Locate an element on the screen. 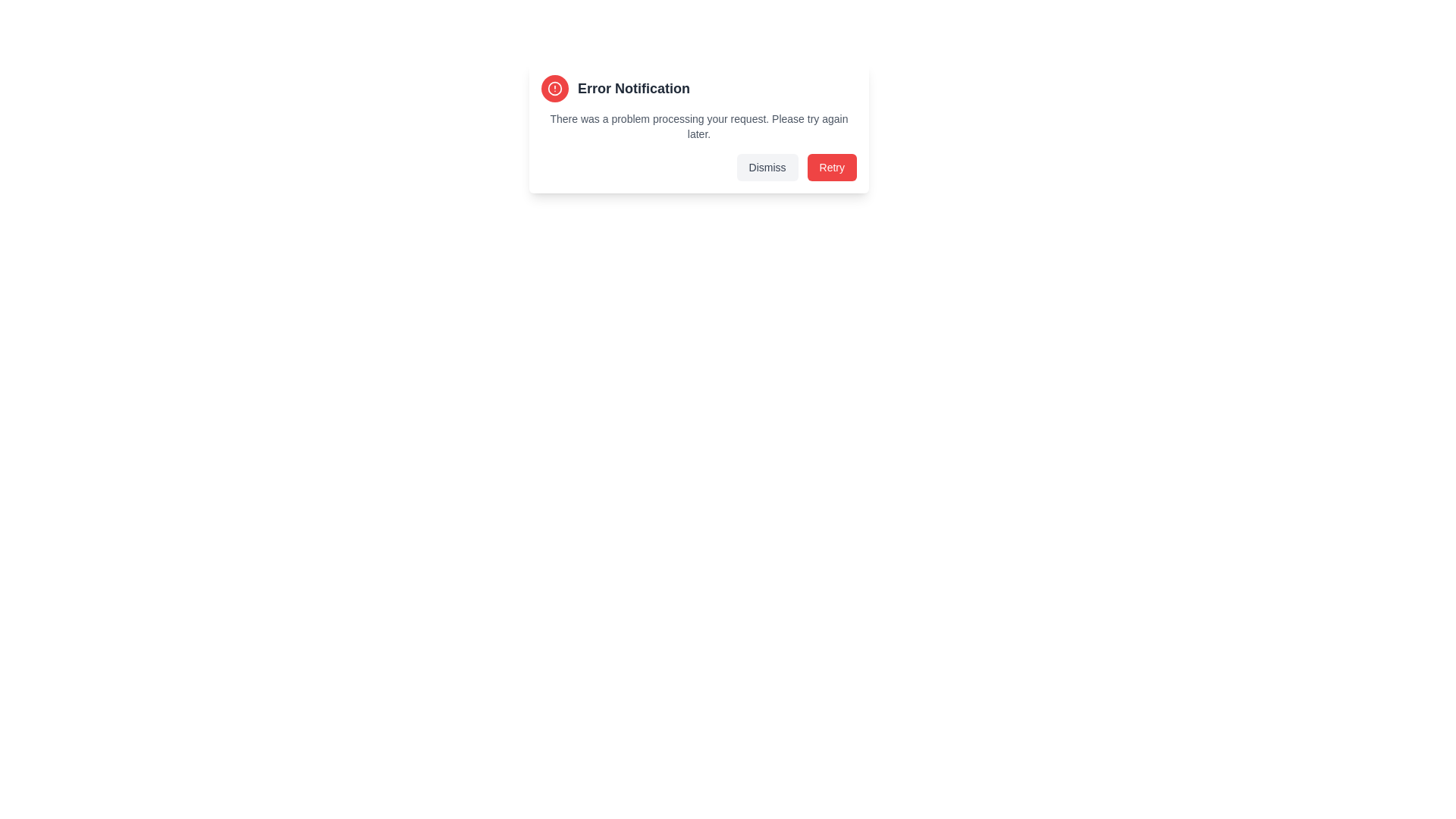 This screenshot has width=1456, height=819. the 'Retry' button to observe its hover effect is located at coordinates (831, 167).